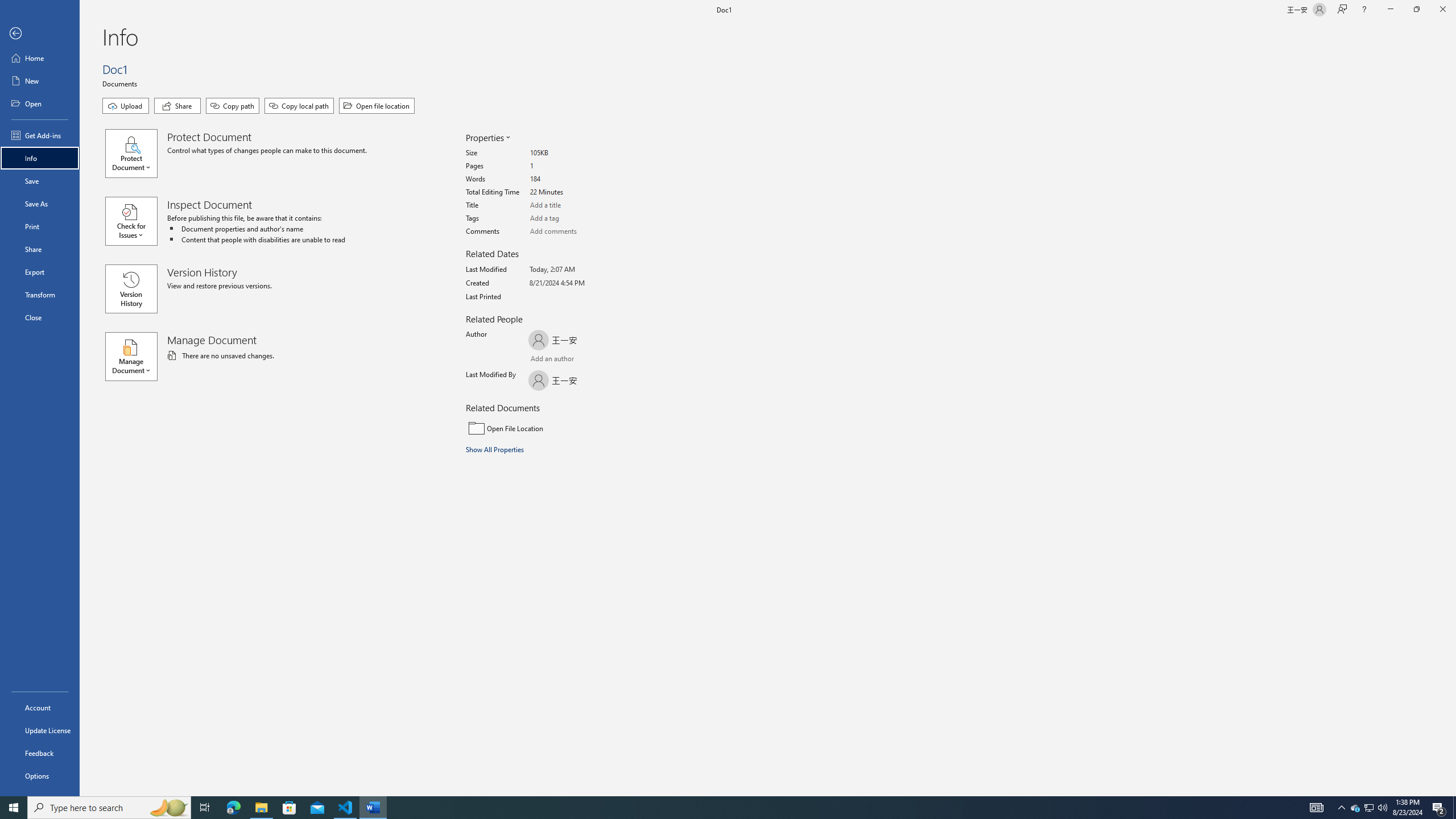 The width and height of the screenshot is (1456, 819). I want to click on 'Total Editing Time', so click(572, 192).